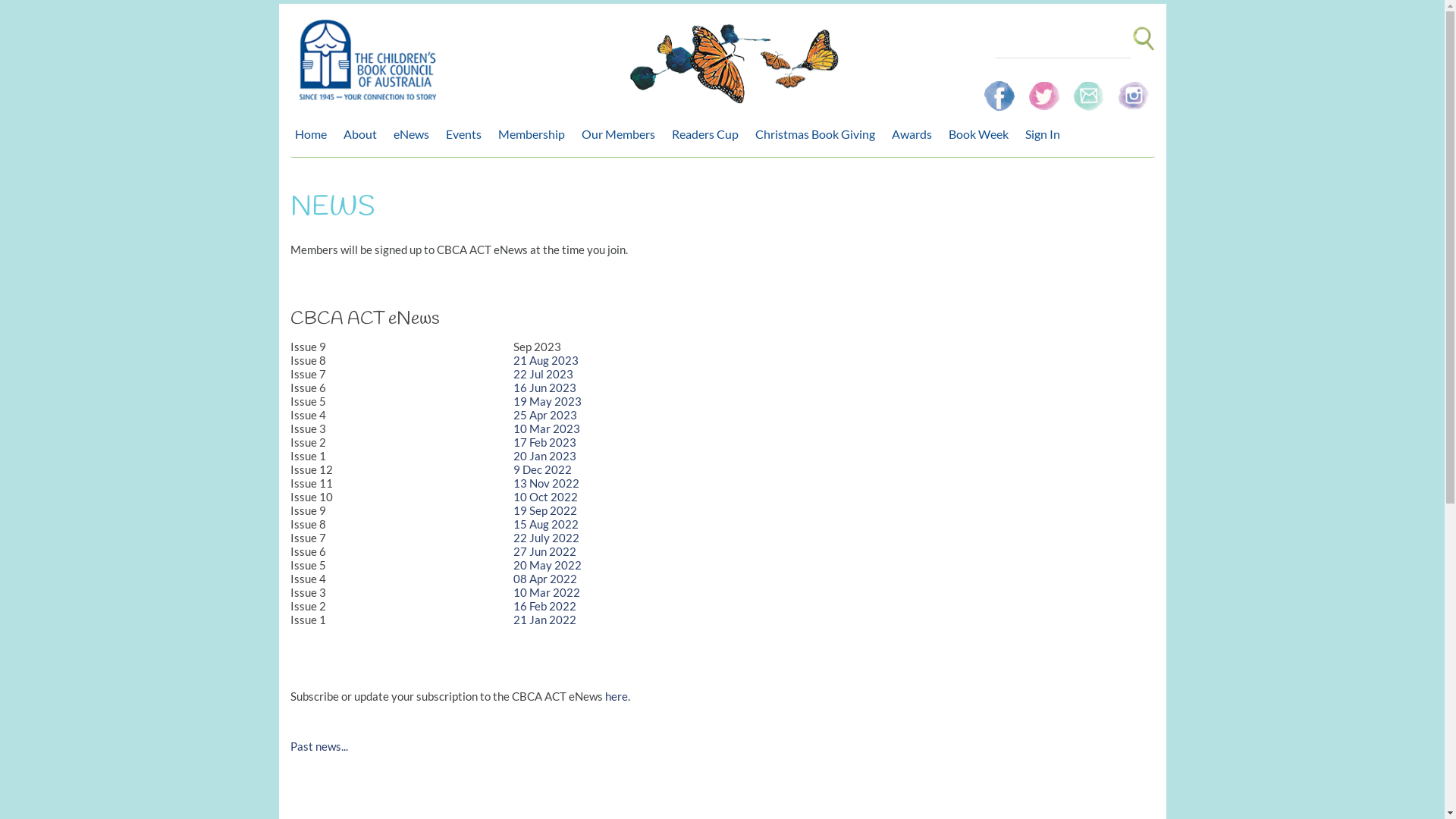 This screenshot has width=1456, height=819. I want to click on 'here', so click(616, 696).